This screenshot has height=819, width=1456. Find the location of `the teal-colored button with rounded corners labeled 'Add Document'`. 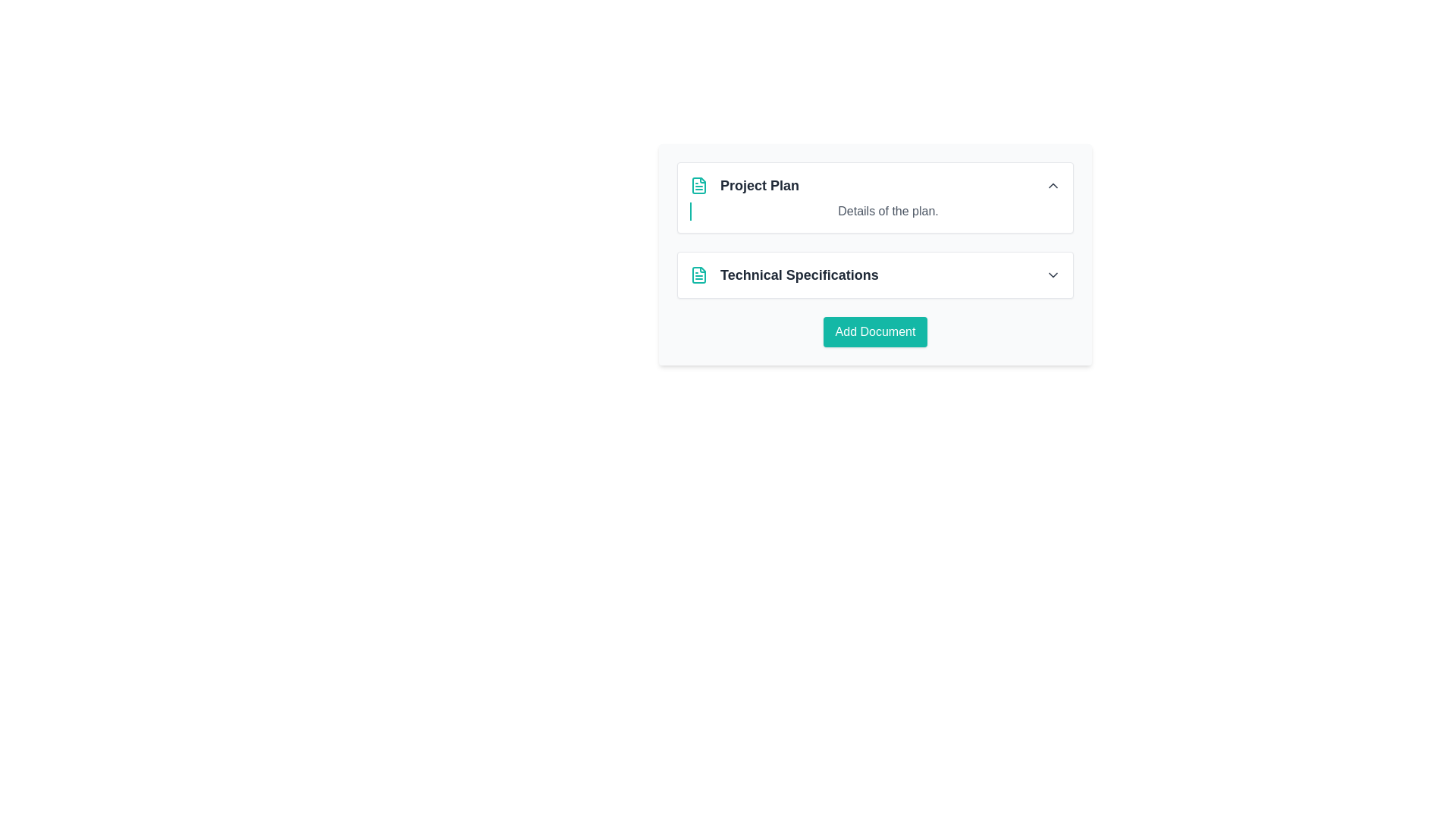

the teal-colored button with rounded corners labeled 'Add Document' is located at coordinates (875, 331).